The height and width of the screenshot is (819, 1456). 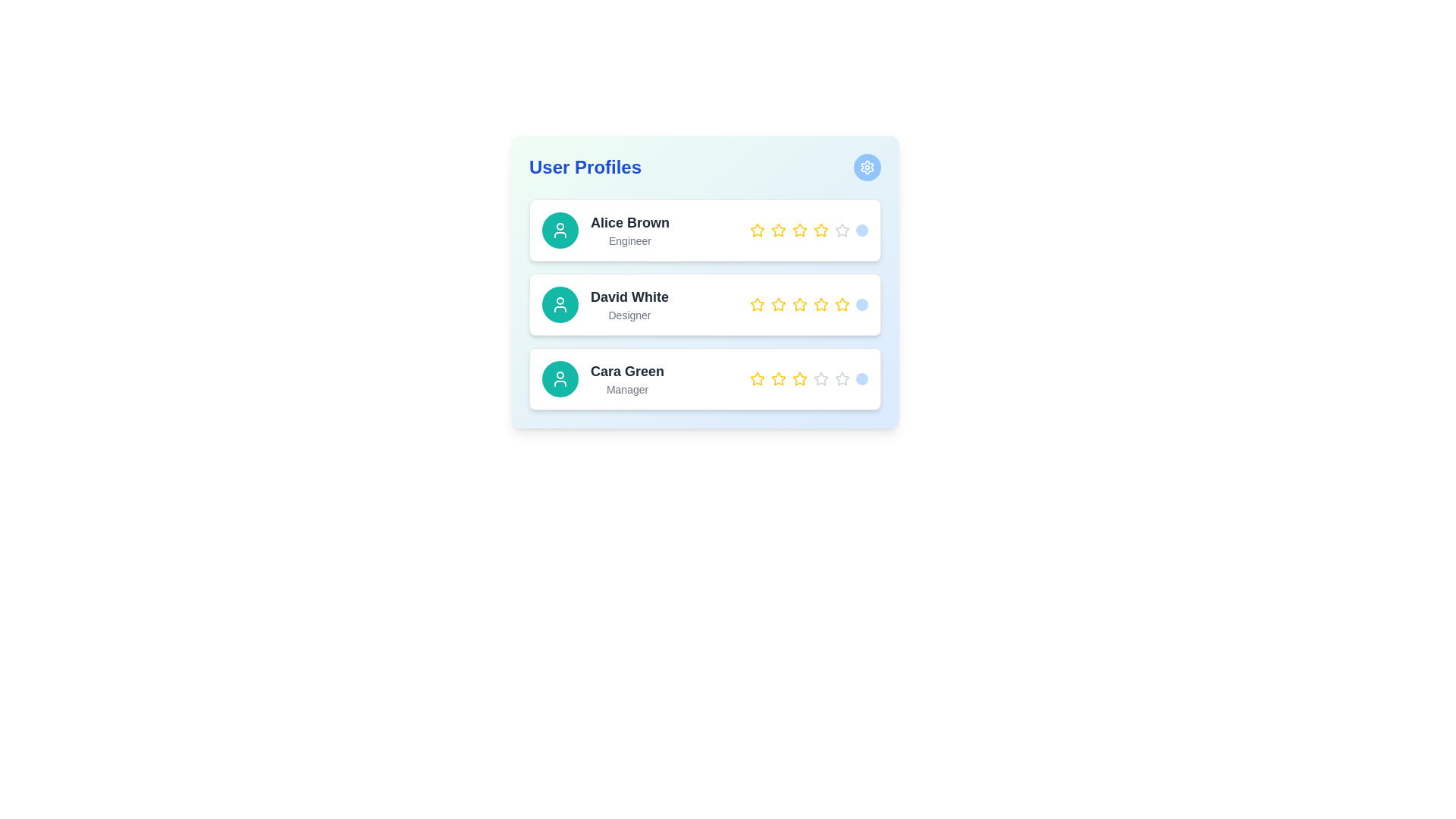 What do you see at coordinates (799, 230) in the screenshot?
I see `the fourth star-shaped rating icon in the rating section of 'Alice Brown's' user profile` at bounding box center [799, 230].